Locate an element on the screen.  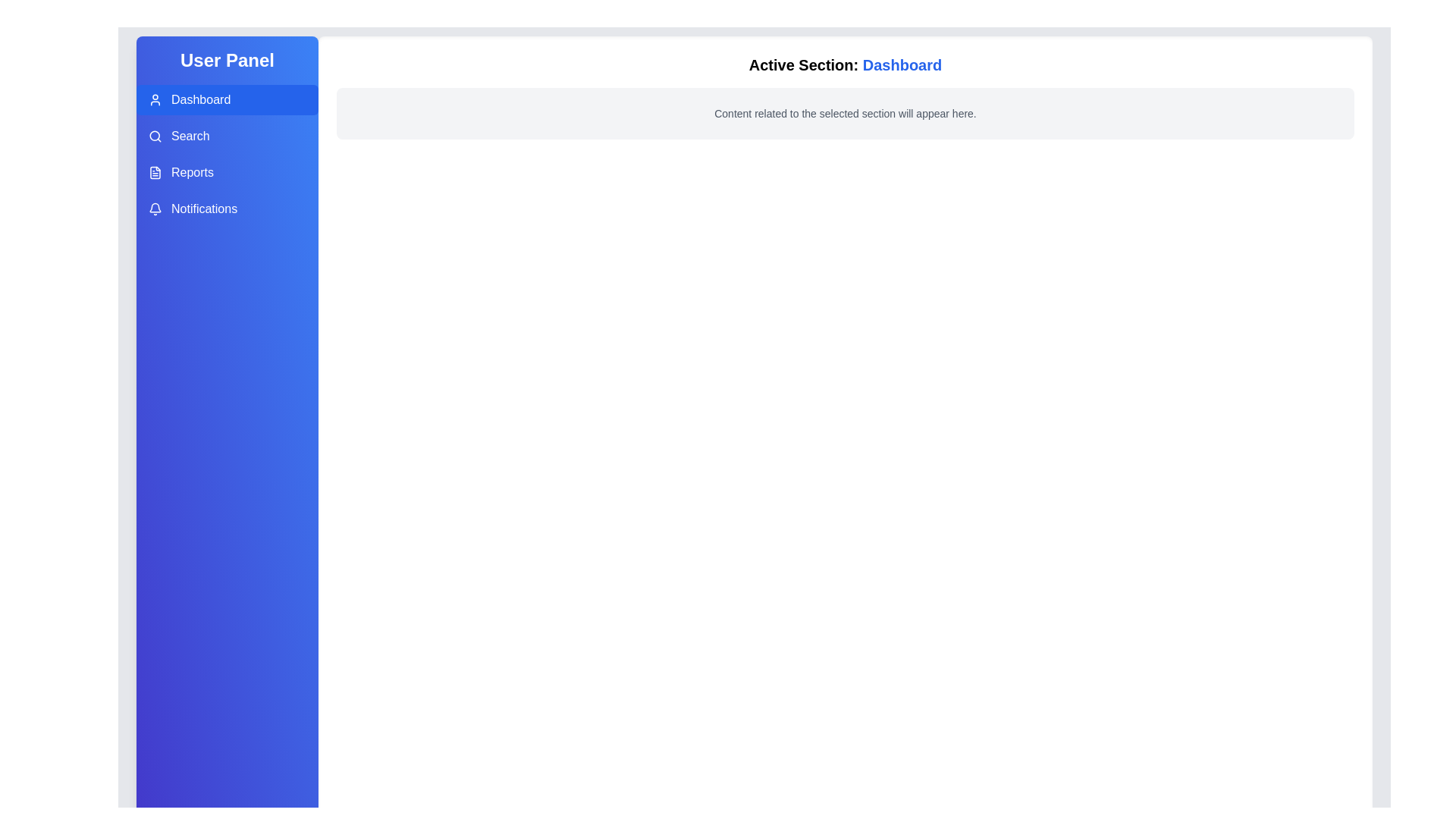
the menu option Dashboard in the UserPanel is located at coordinates (226, 99).